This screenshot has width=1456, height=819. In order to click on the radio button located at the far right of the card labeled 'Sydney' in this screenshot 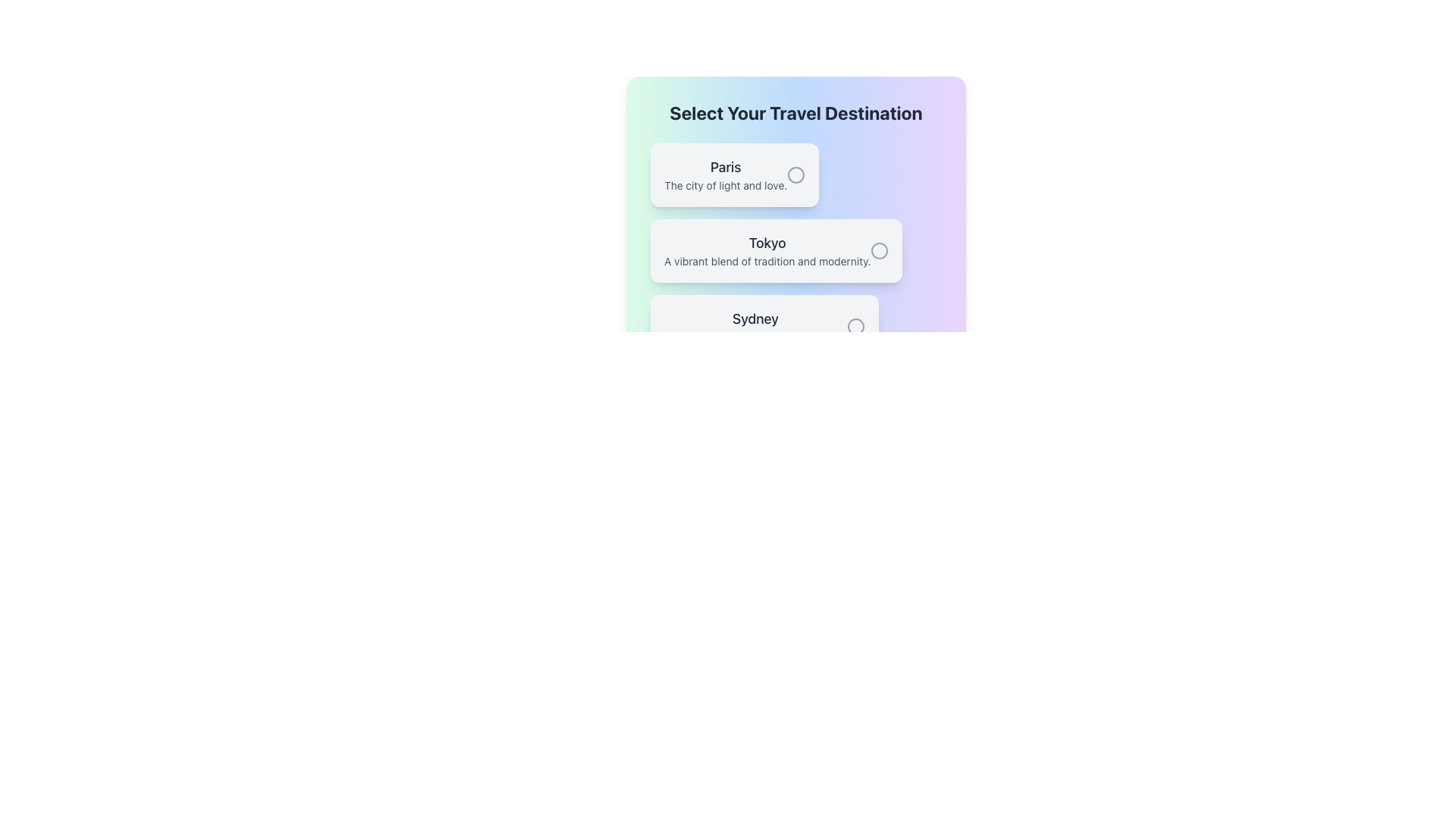, I will do `click(855, 326)`.